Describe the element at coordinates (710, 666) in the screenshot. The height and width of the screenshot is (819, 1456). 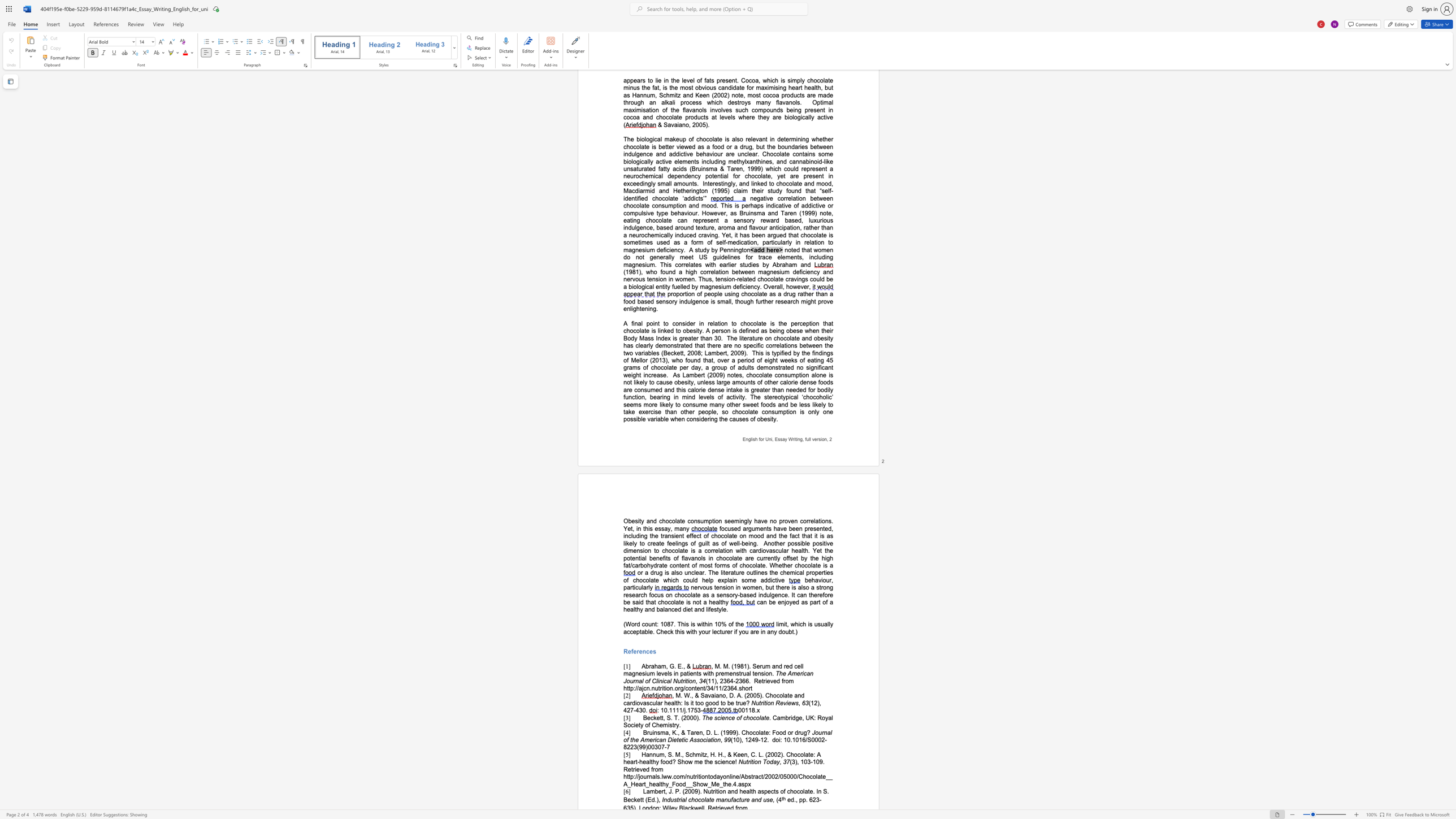
I see `the subset text ", M. M. (1981). Serum and red cell magnesiu" within the text ", M. M. (1981). Serum and red cell magnesium levels in patients with premenstrual tension."` at that location.